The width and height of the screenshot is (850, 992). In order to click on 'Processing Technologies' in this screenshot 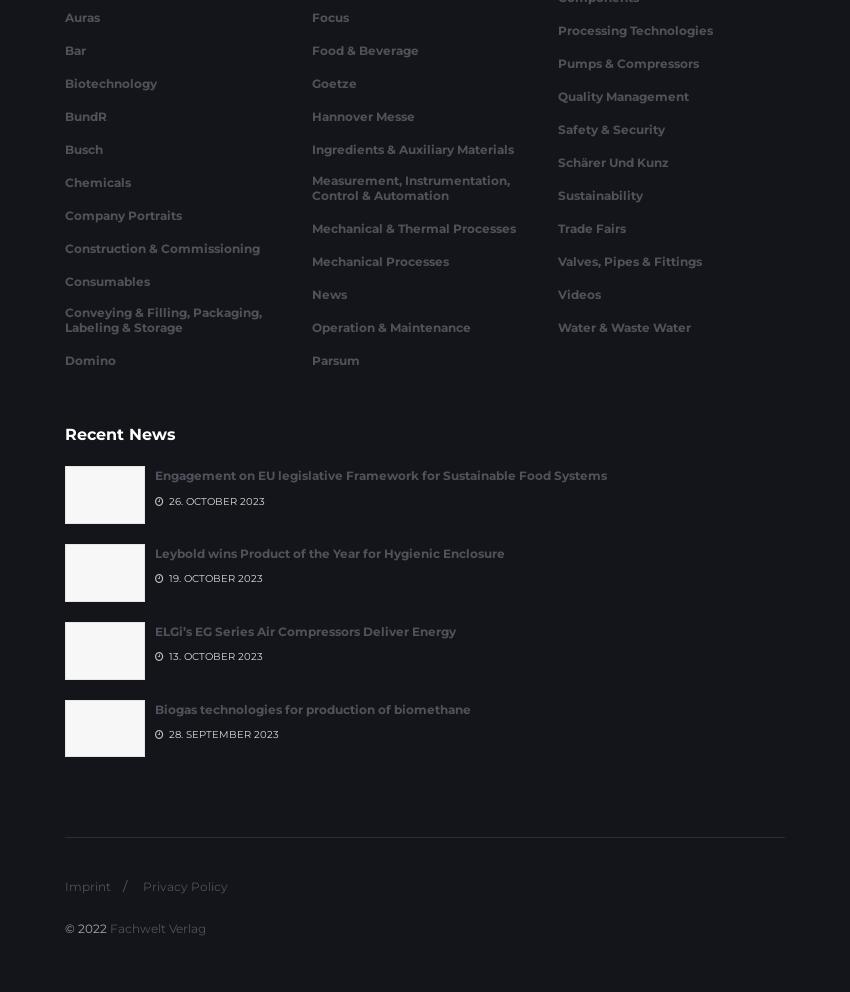, I will do `click(634, 137)`.